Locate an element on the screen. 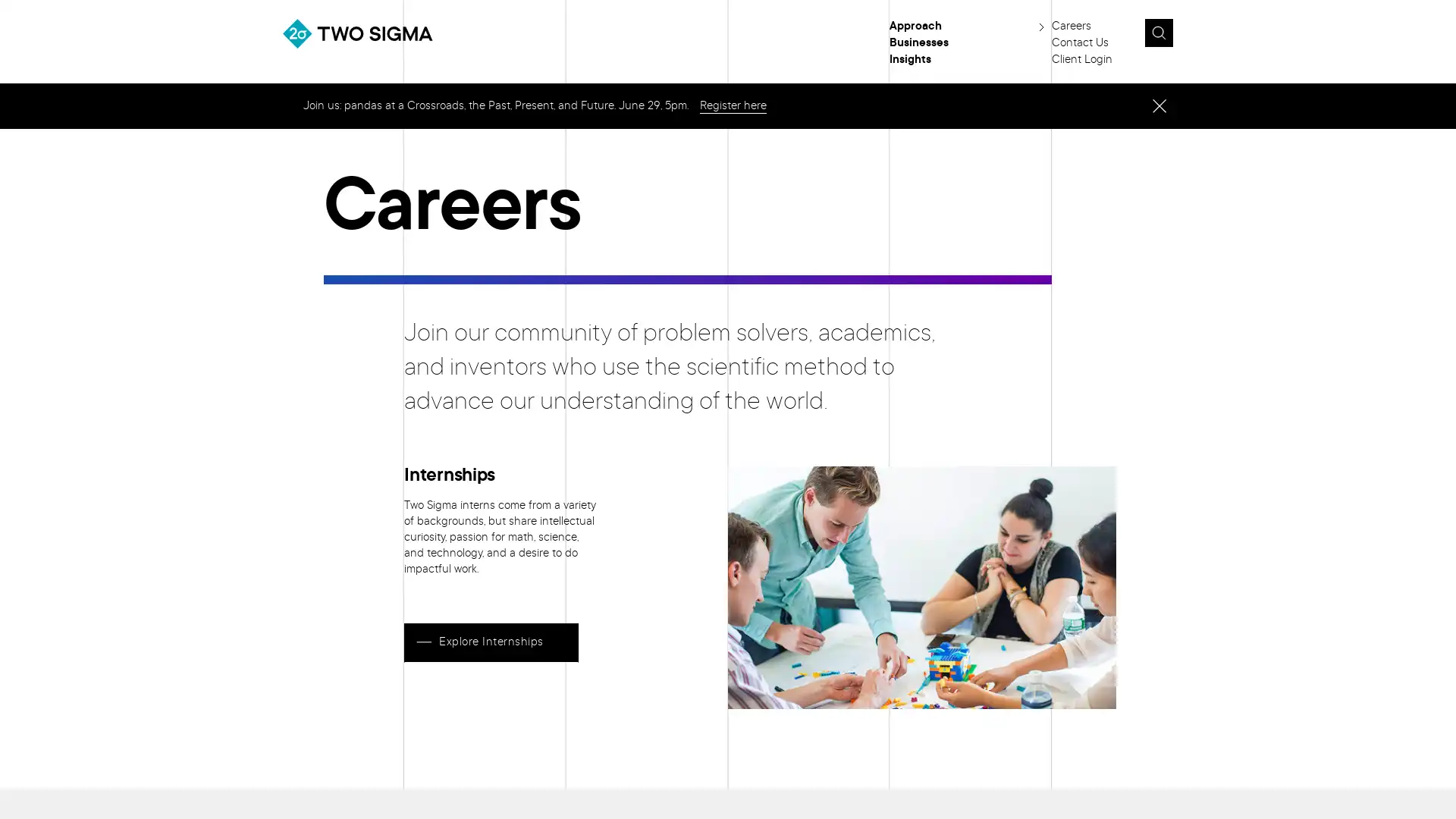 This screenshot has width=1456, height=819. Search is located at coordinates (1193, 37).